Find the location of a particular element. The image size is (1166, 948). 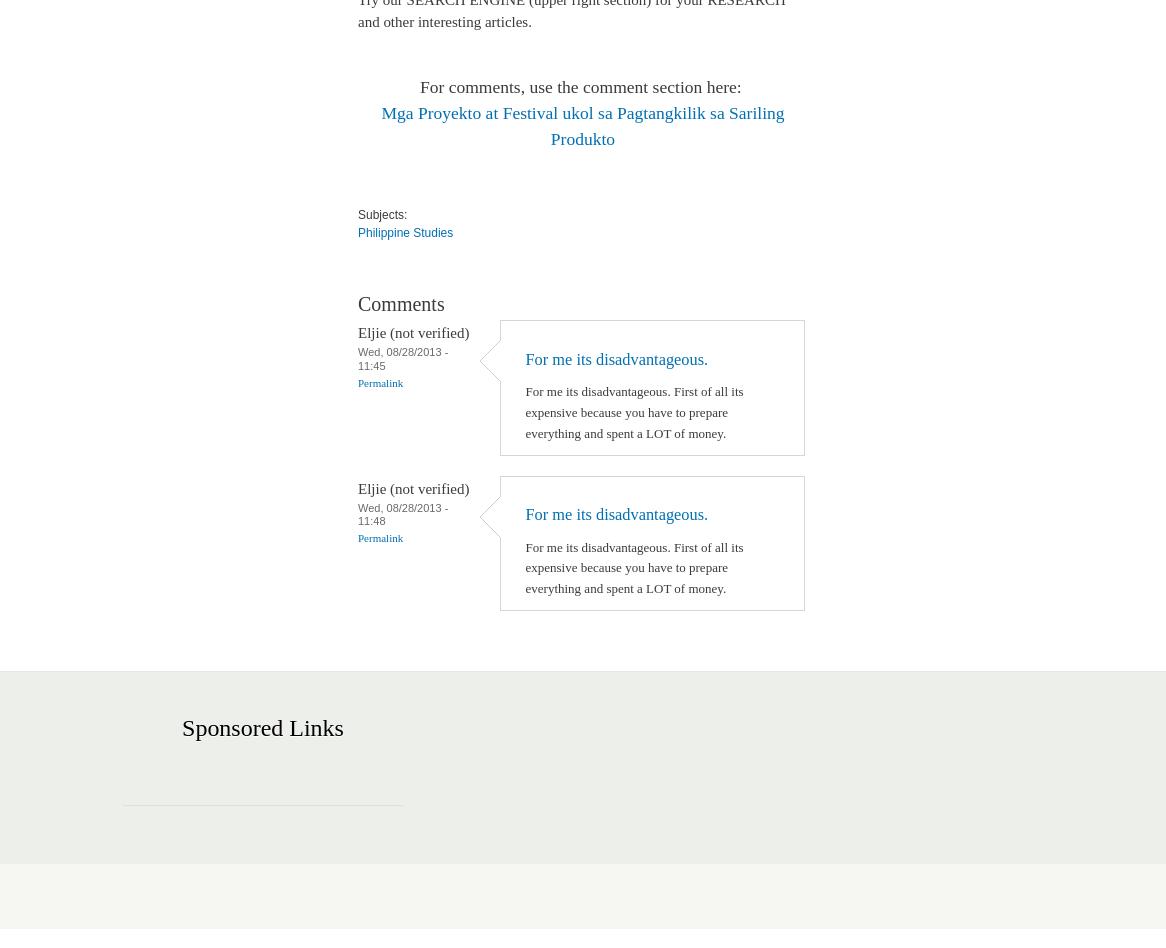

'Sponsored Links' is located at coordinates (181, 727).